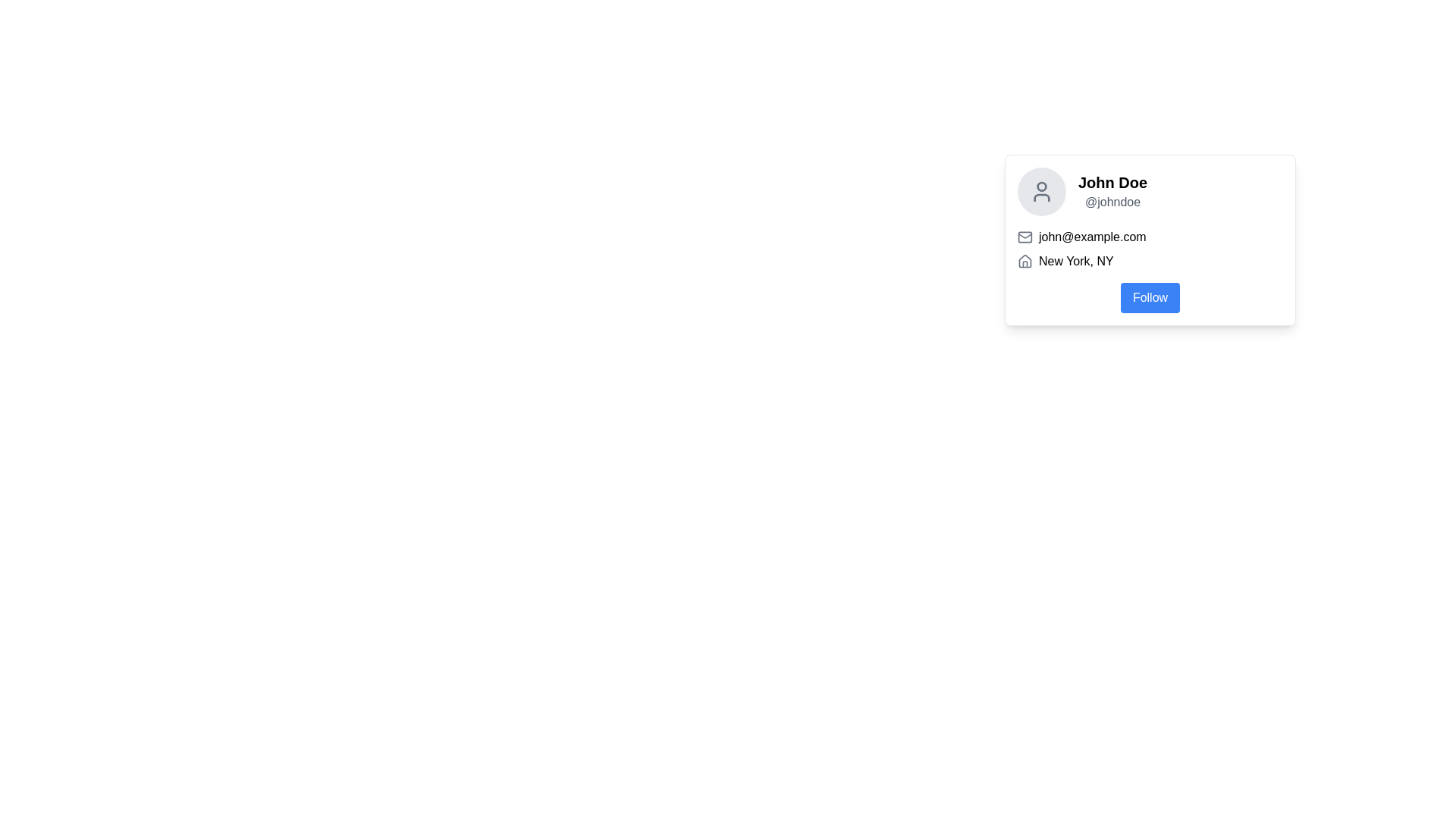 The height and width of the screenshot is (819, 1456). What do you see at coordinates (1040, 191) in the screenshot?
I see `the user's profile picture icon located to the left of the text 'John Doe @johndoe'` at bounding box center [1040, 191].